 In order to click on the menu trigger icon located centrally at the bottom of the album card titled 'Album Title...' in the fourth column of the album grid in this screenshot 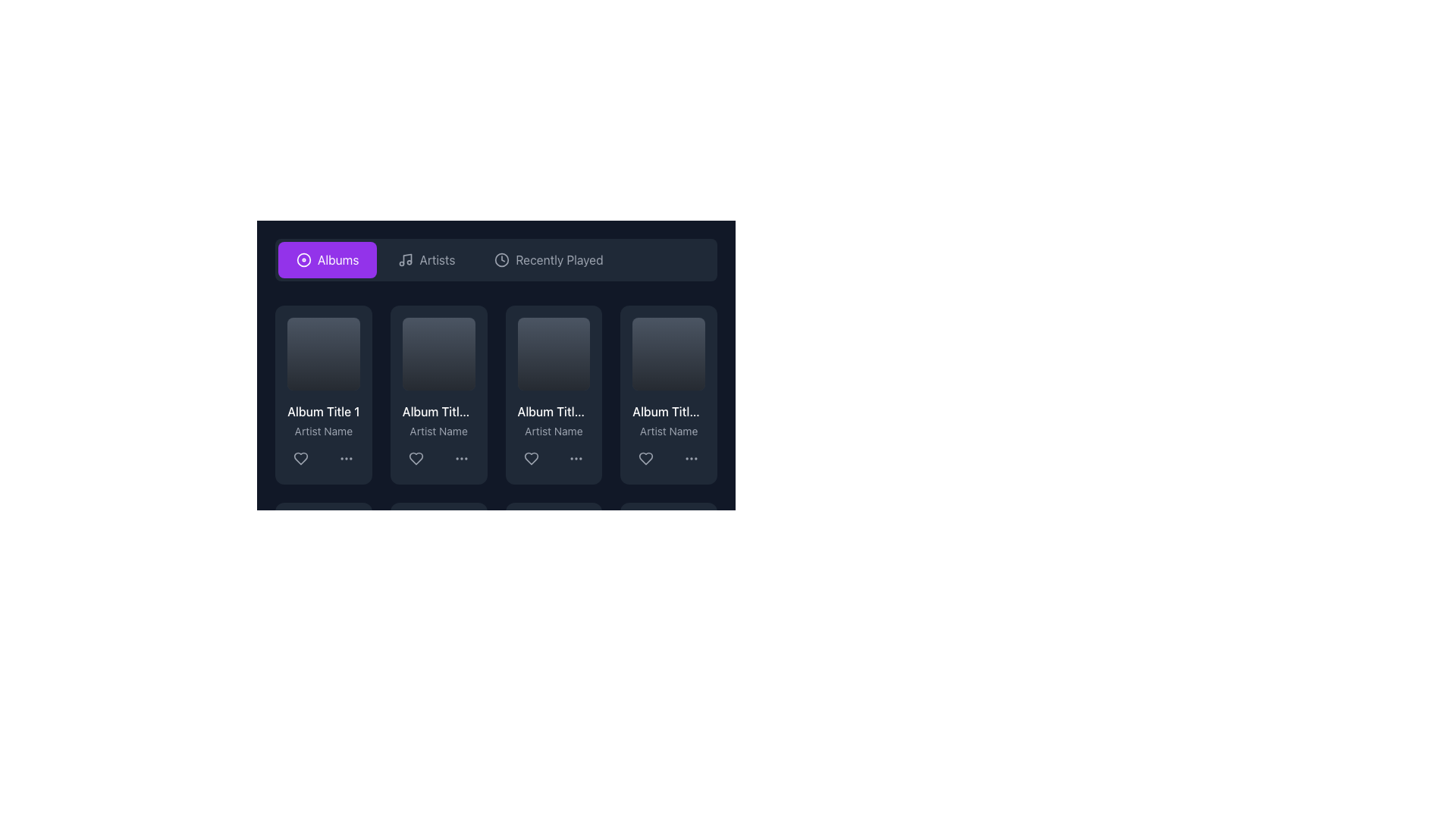, I will do `click(691, 457)`.